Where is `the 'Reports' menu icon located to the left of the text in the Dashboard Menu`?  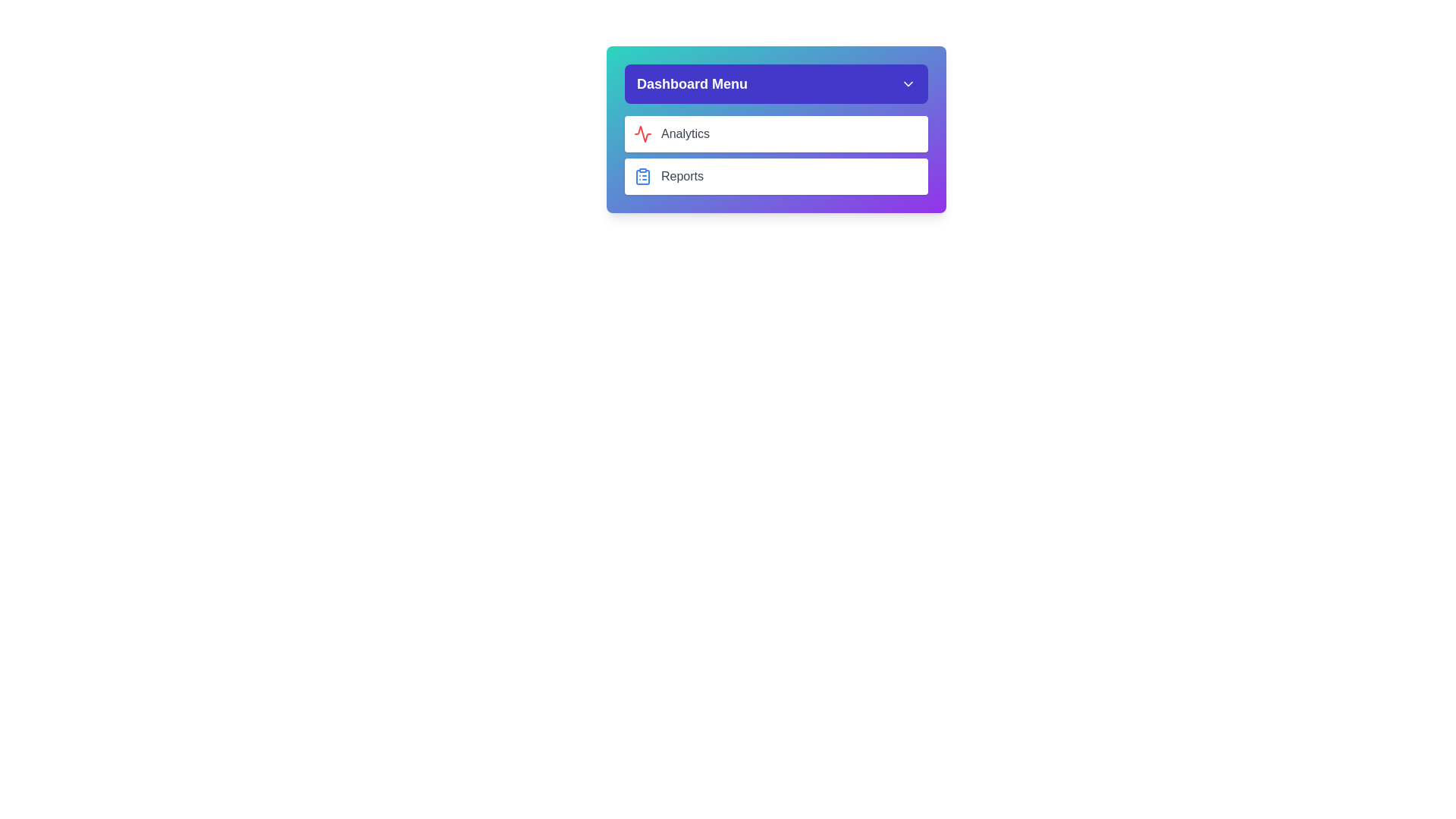
the 'Reports' menu icon located to the left of the text in the Dashboard Menu is located at coordinates (643, 175).